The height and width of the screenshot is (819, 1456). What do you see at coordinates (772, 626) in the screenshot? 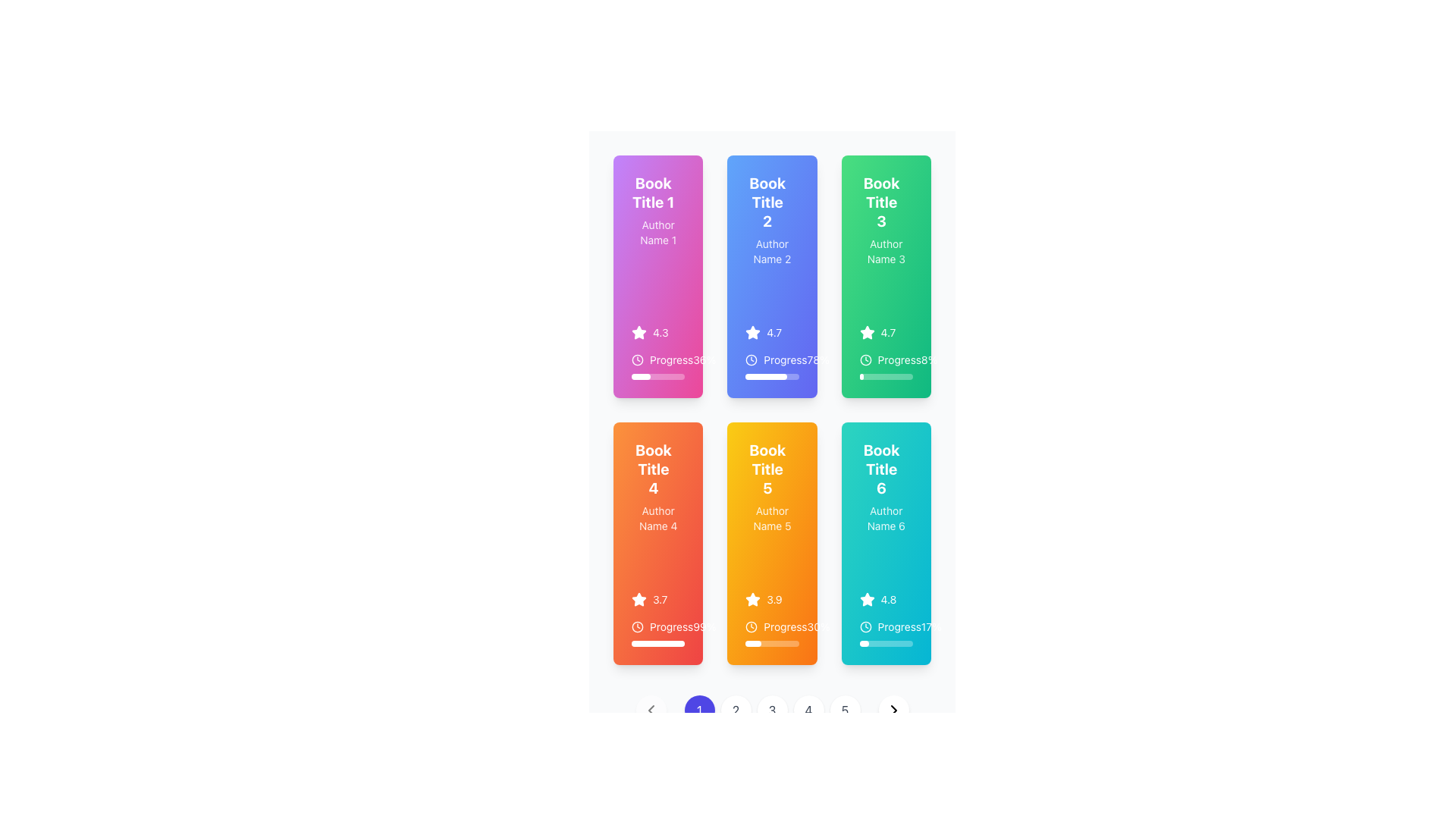
I see `the text label displaying 'Progress30%' with a clock icon, located within the 'Book Title 5' card, which is positioned on an orange background in the second row, middle column of the grid layout` at bounding box center [772, 626].